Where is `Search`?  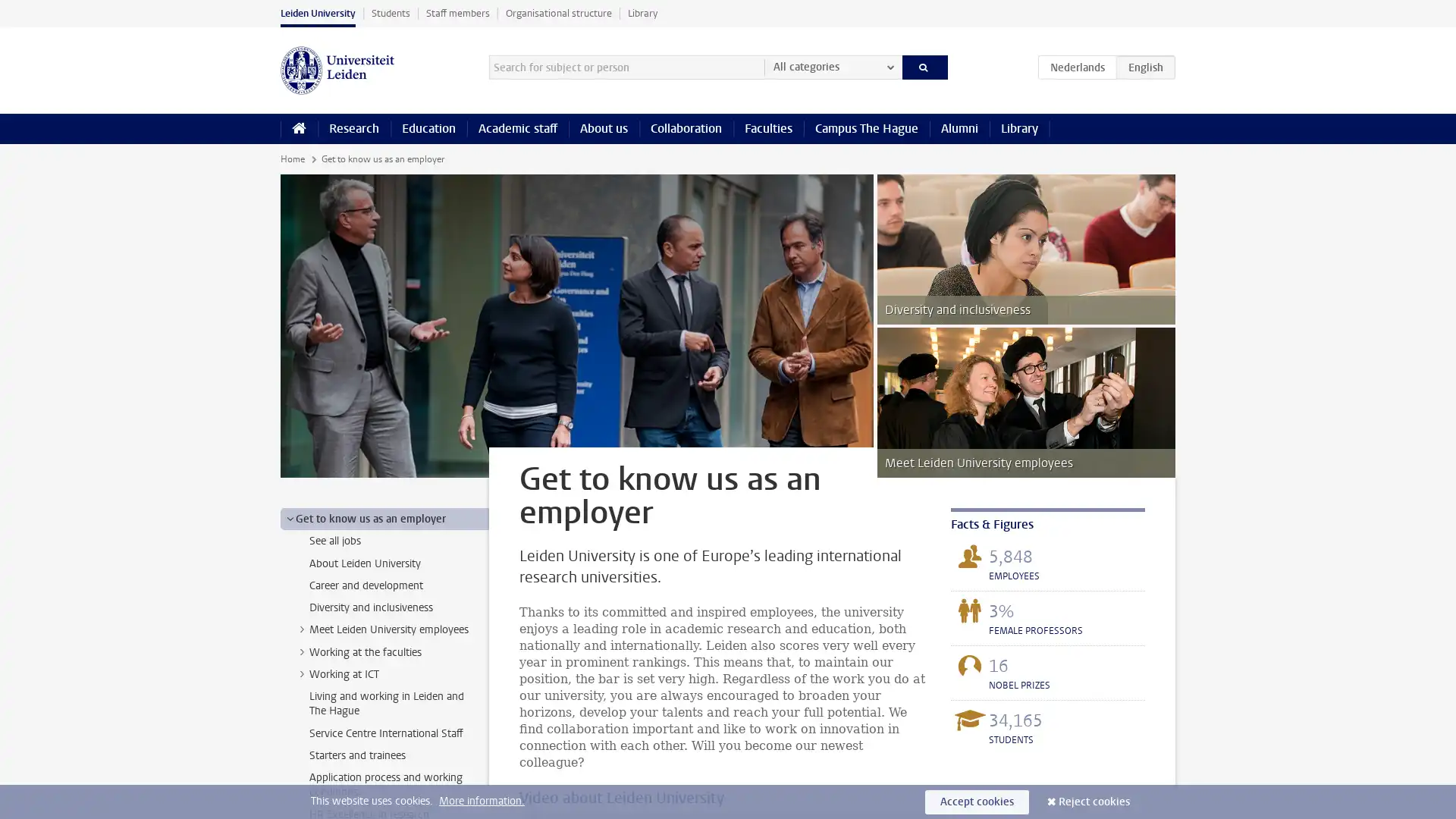 Search is located at coordinates (924, 66).